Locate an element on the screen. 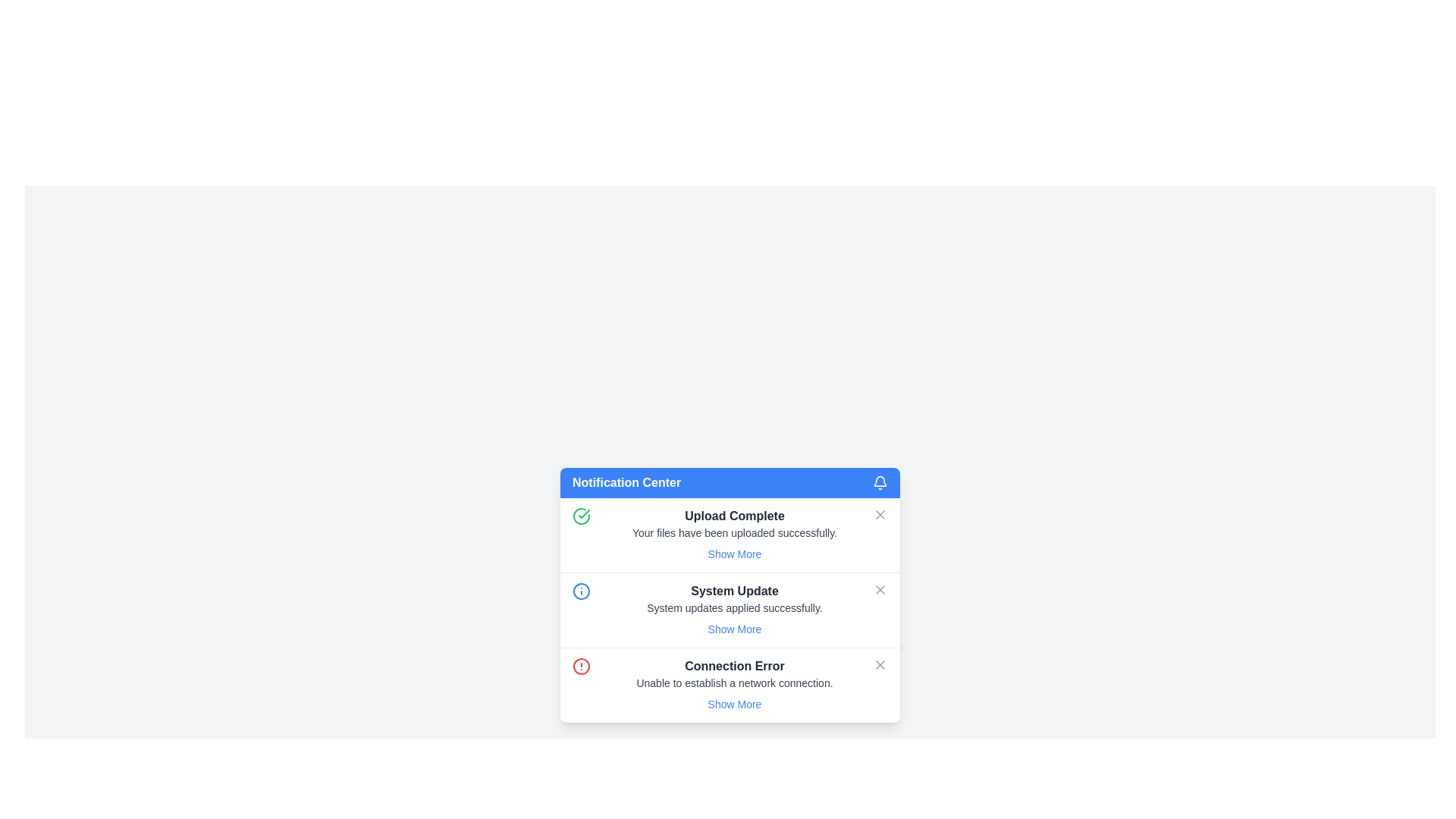 The width and height of the screenshot is (1456, 819). the green circular icon with a check mark located to the left of the 'Upload Complete' text in the top-left corner of the notification card is located at coordinates (581, 516).